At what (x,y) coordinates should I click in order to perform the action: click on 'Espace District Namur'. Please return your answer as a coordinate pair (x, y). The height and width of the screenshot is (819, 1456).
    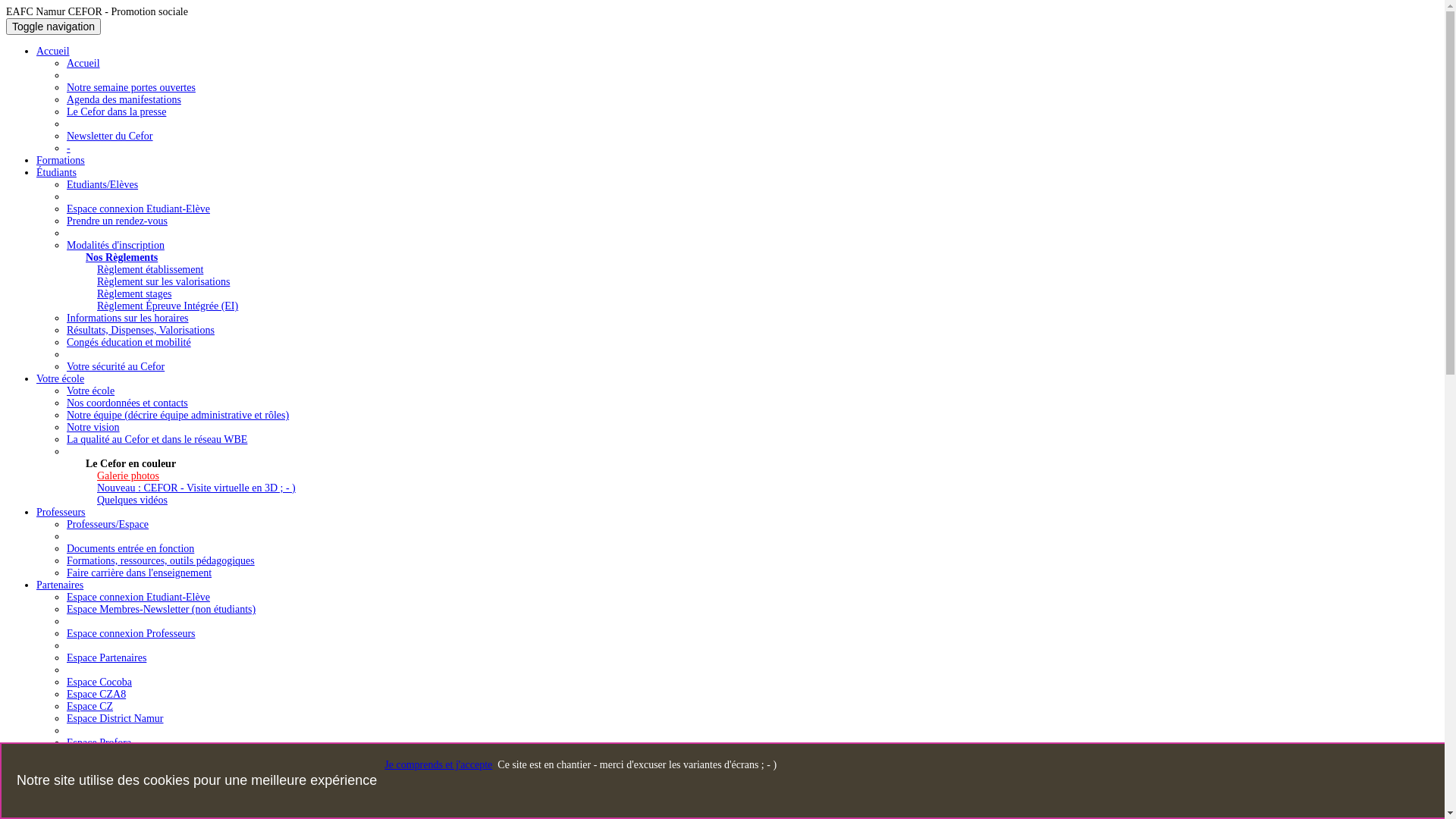
    Looking at the image, I should click on (115, 717).